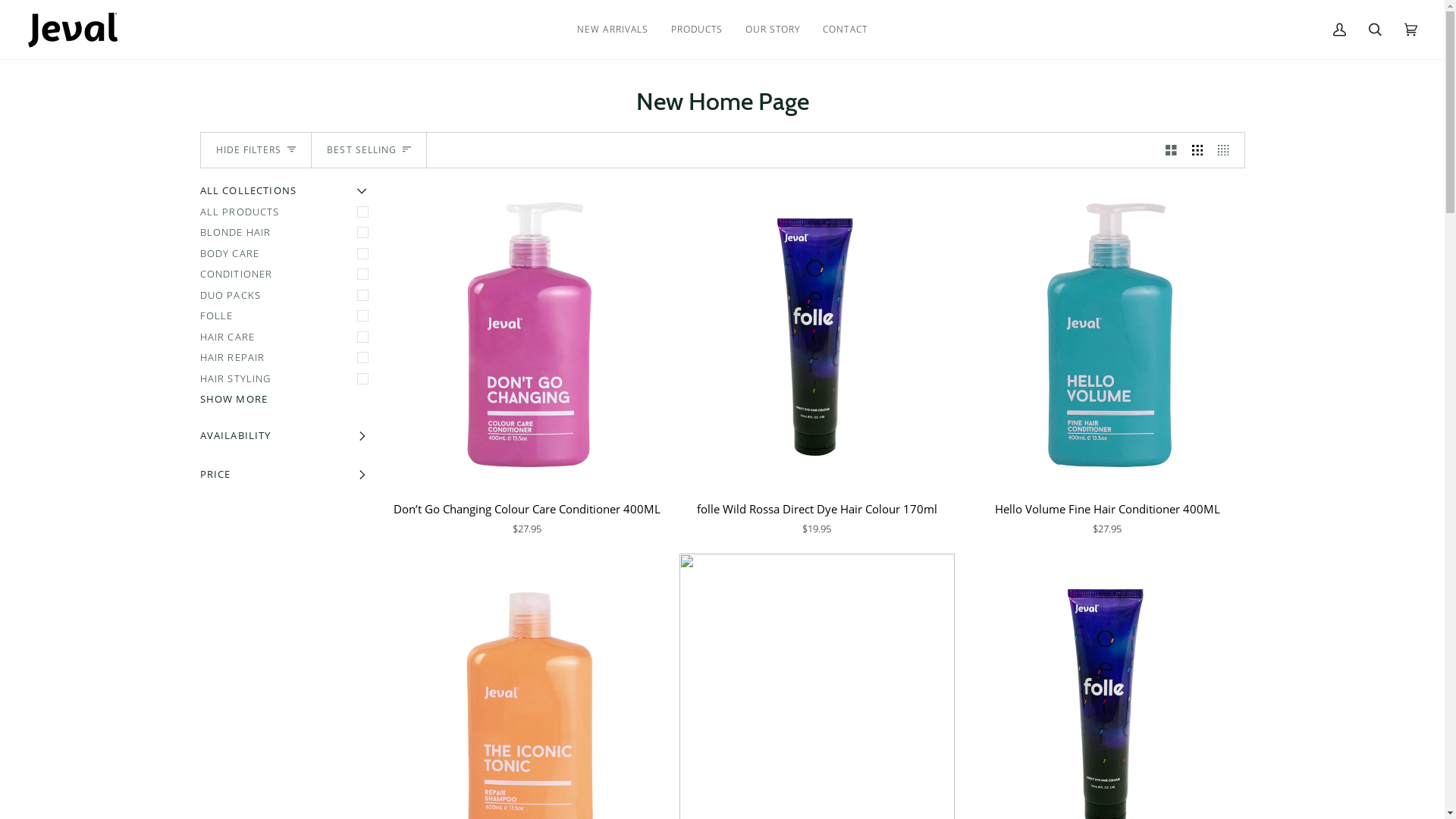 The height and width of the screenshot is (819, 1456). Describe the element at coordinates (287, 378) in the screenshot. I see `'HAIR STYLING'` at that location.